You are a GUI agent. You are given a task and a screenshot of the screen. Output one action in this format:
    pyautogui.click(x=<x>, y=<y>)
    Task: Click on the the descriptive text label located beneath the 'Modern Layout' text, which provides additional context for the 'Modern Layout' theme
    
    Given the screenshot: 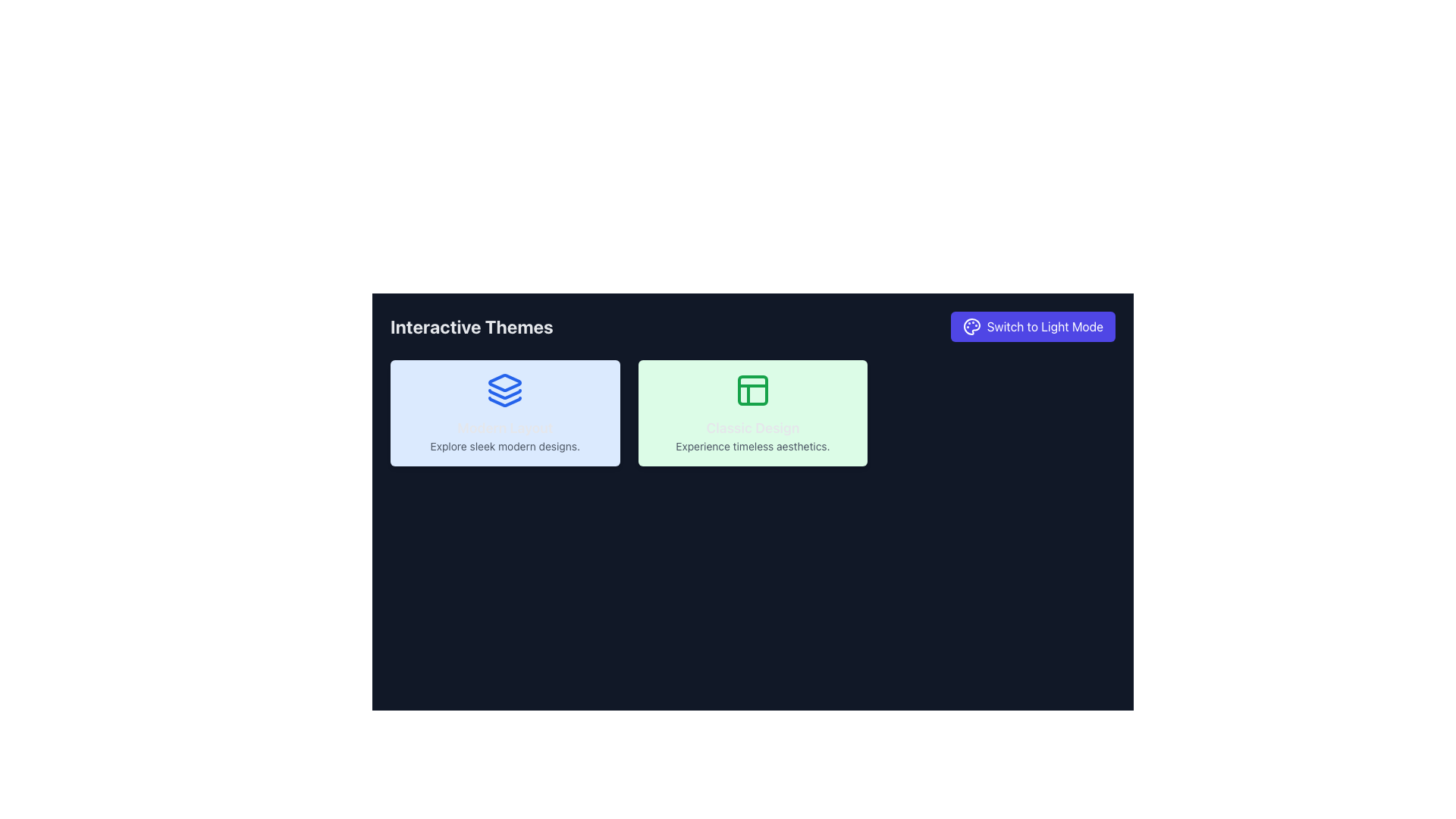 What is the action you would take?
    pyautogui.click(x=505, y=446)
    